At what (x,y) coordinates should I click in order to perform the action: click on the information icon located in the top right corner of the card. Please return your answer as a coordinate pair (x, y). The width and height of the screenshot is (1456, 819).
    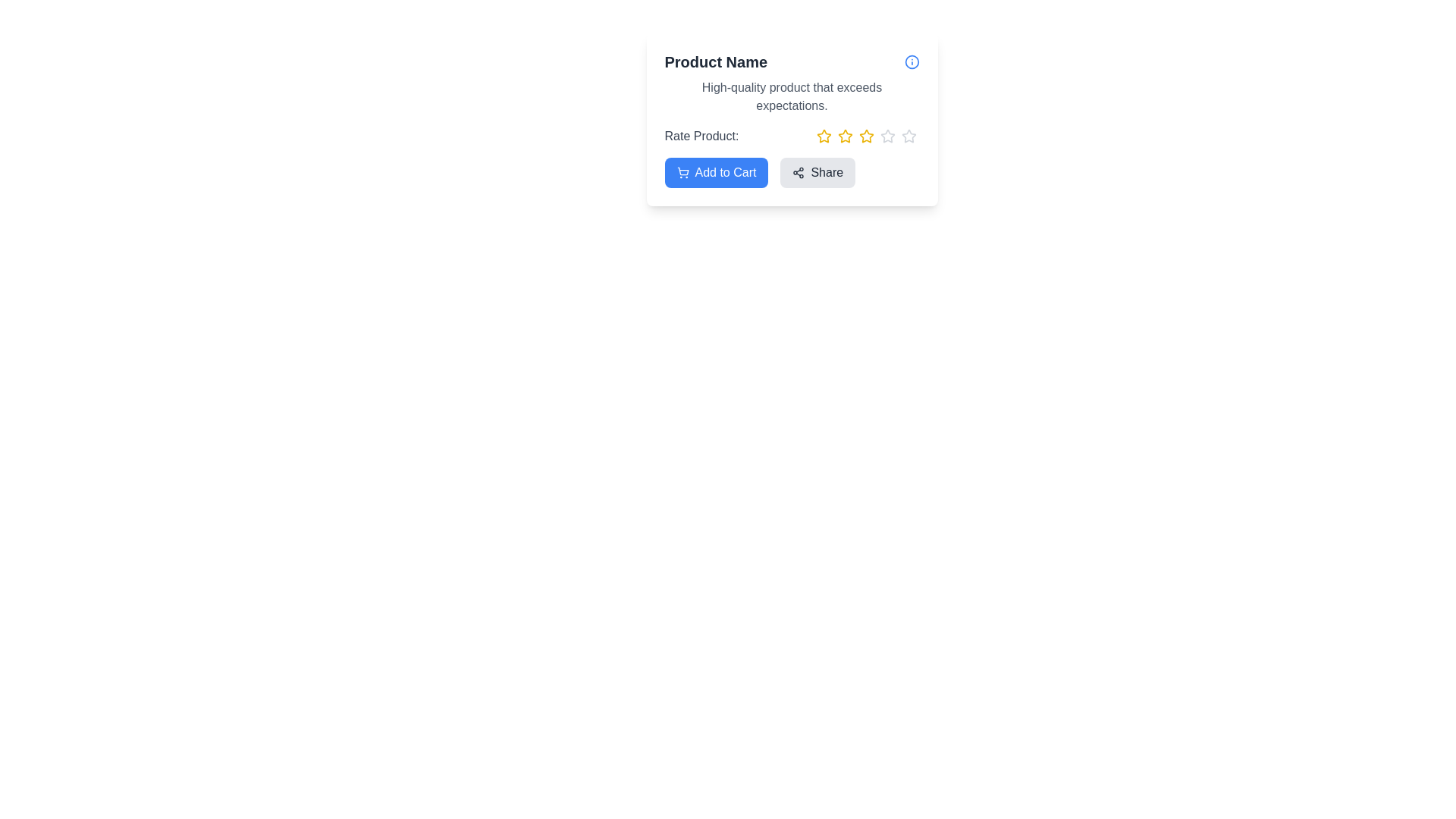
    Looking at the image, I should click on (911, 61).